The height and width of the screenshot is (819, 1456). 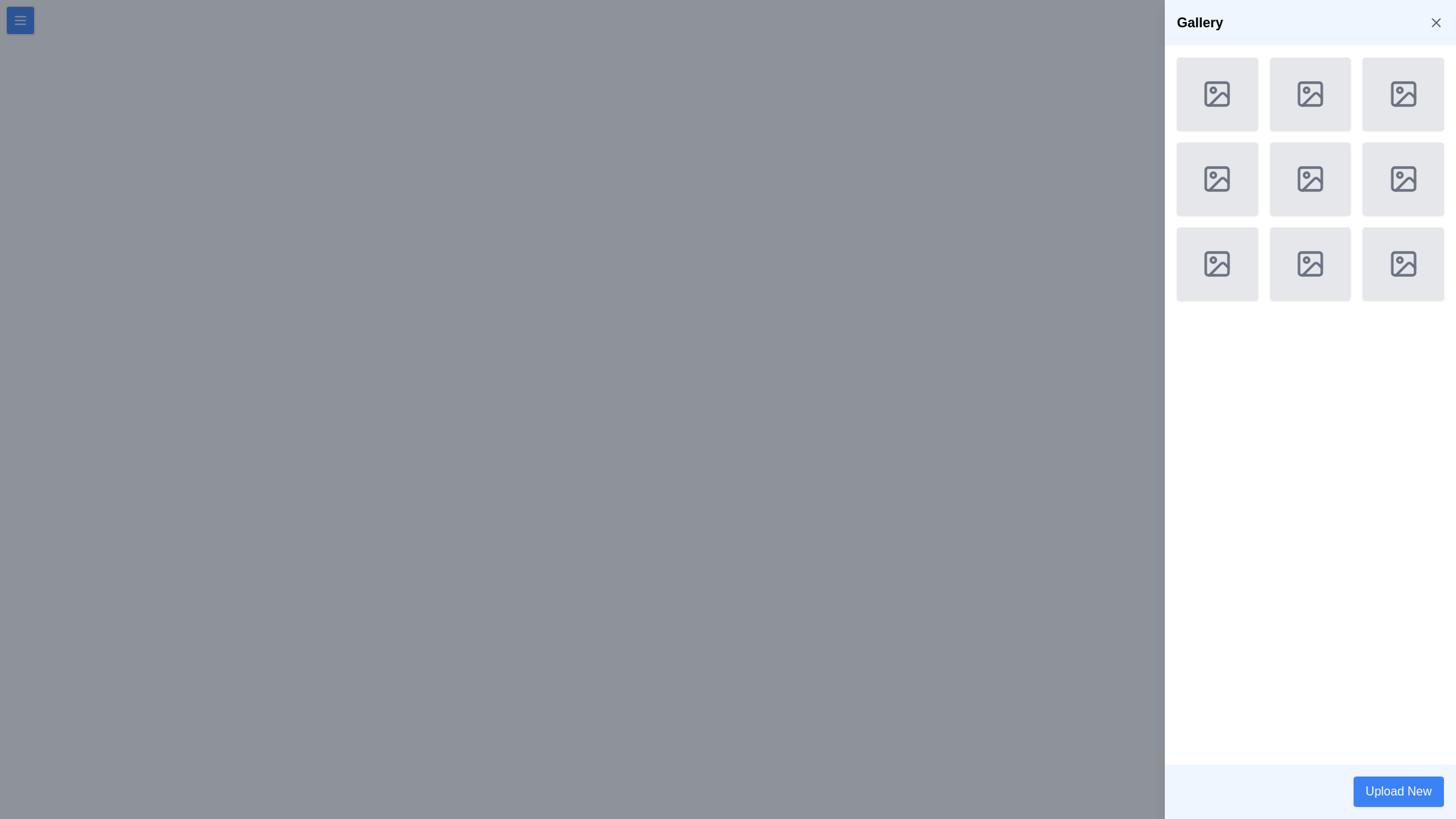 What do you see at coordinates (1310, 177) in the screenshot?
I see `the rectangular card with a gray background and picture frame icon located in the second row and second column of the gallery grid` at bounding box center [1310, 177].